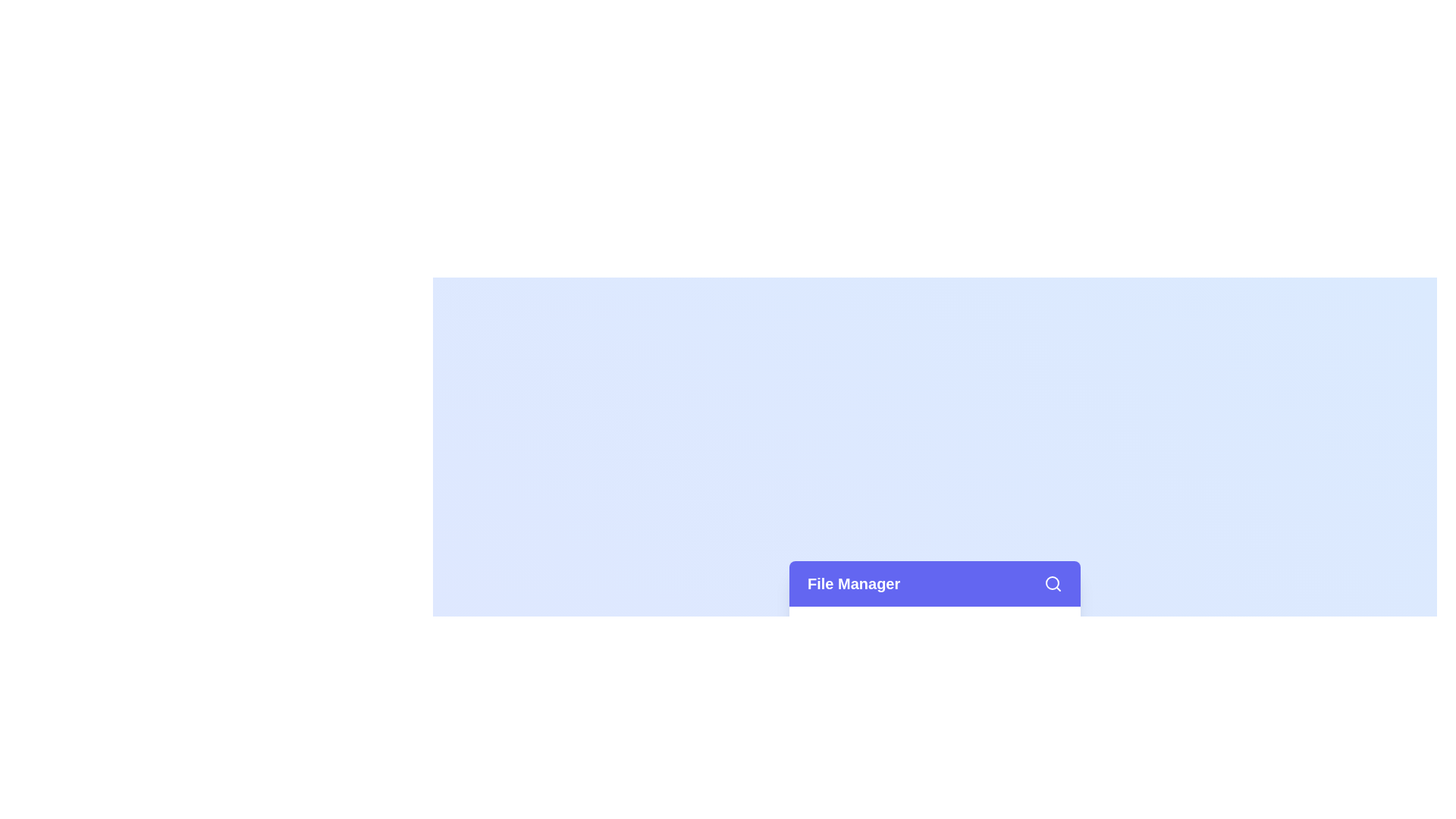 The height and width of the screenshot is (819, 1456). What do you see at coordinates (934, 583) in the screenshot?
I see `the 'File Manager' header to focus or interact with it` at bounding box center [934, 583].